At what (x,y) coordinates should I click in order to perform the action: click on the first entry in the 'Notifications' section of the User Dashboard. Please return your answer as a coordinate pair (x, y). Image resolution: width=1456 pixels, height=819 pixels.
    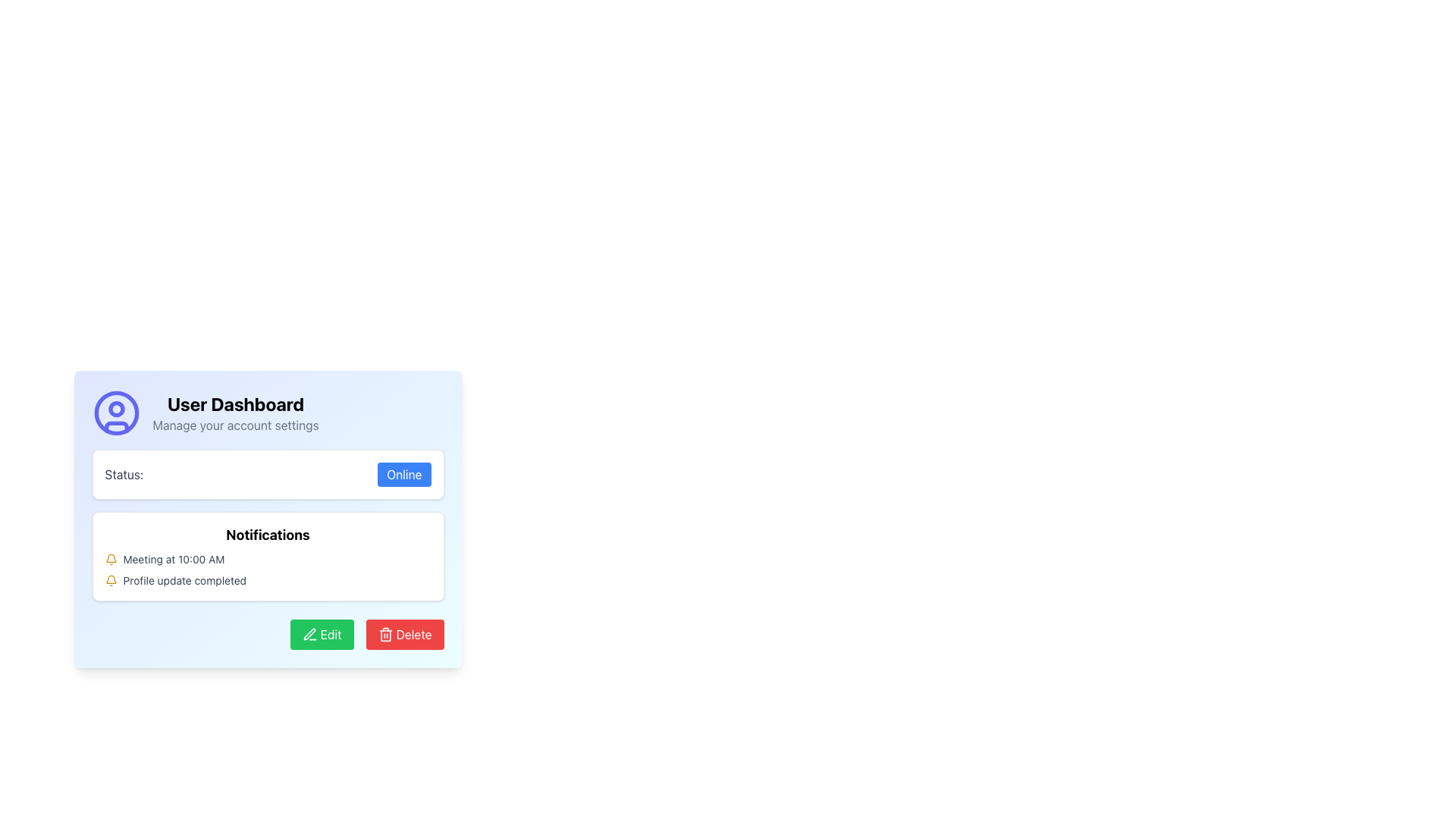
    Looking at the image, I should click on (174, 559).